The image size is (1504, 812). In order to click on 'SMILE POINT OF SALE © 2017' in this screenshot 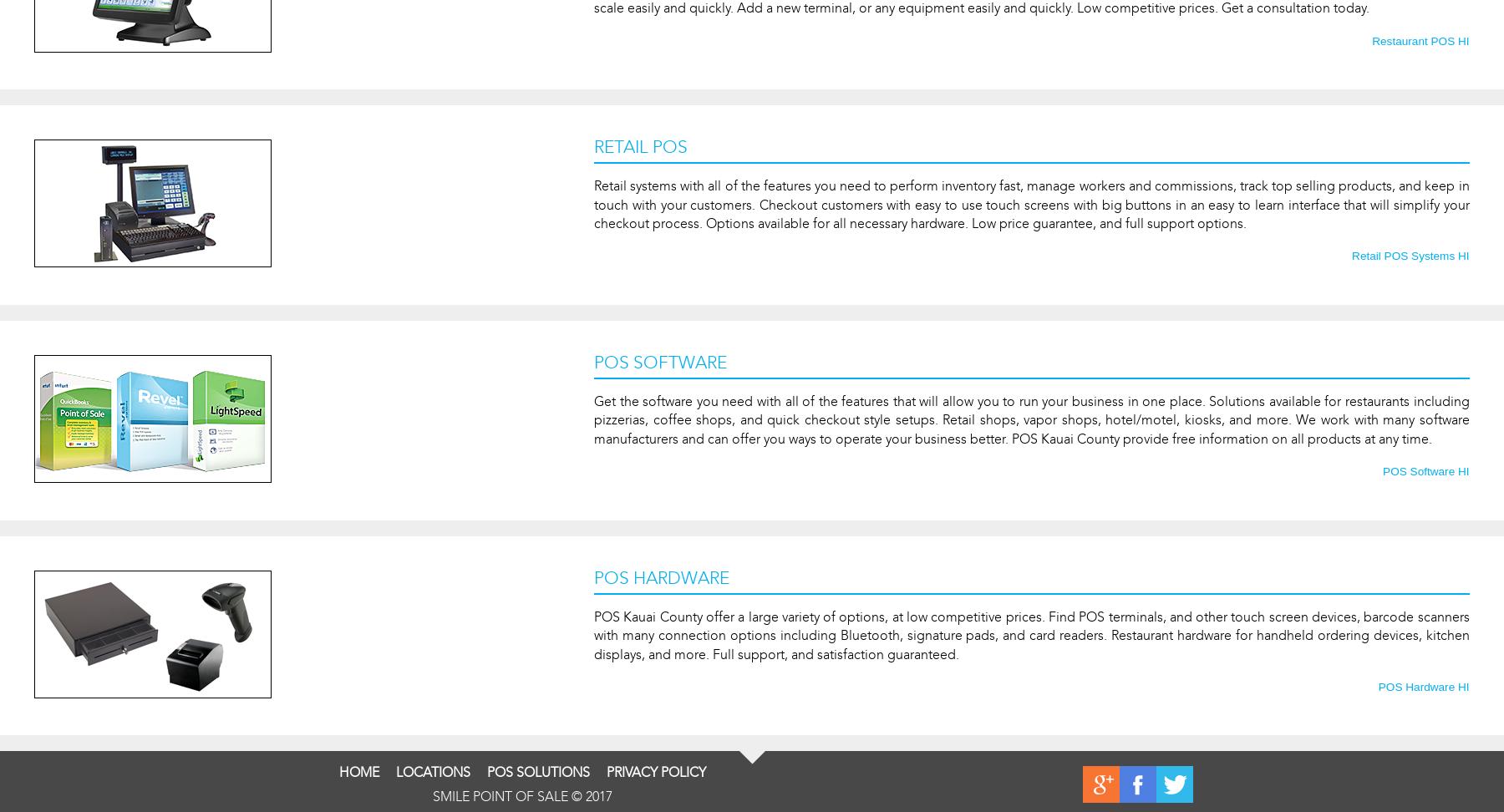, I will do `click(521, 795)`.